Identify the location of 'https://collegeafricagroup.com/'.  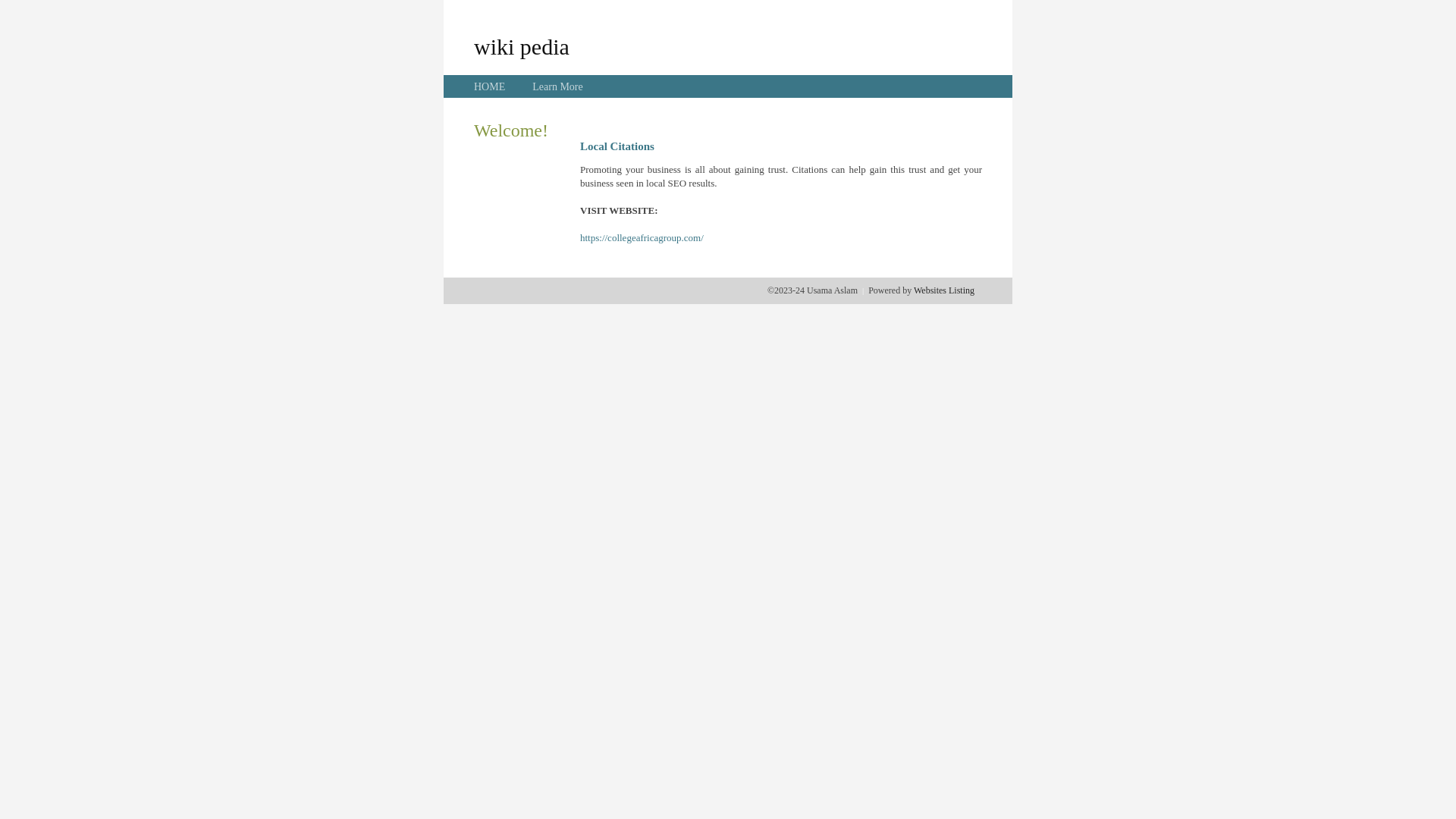
(642, 237).